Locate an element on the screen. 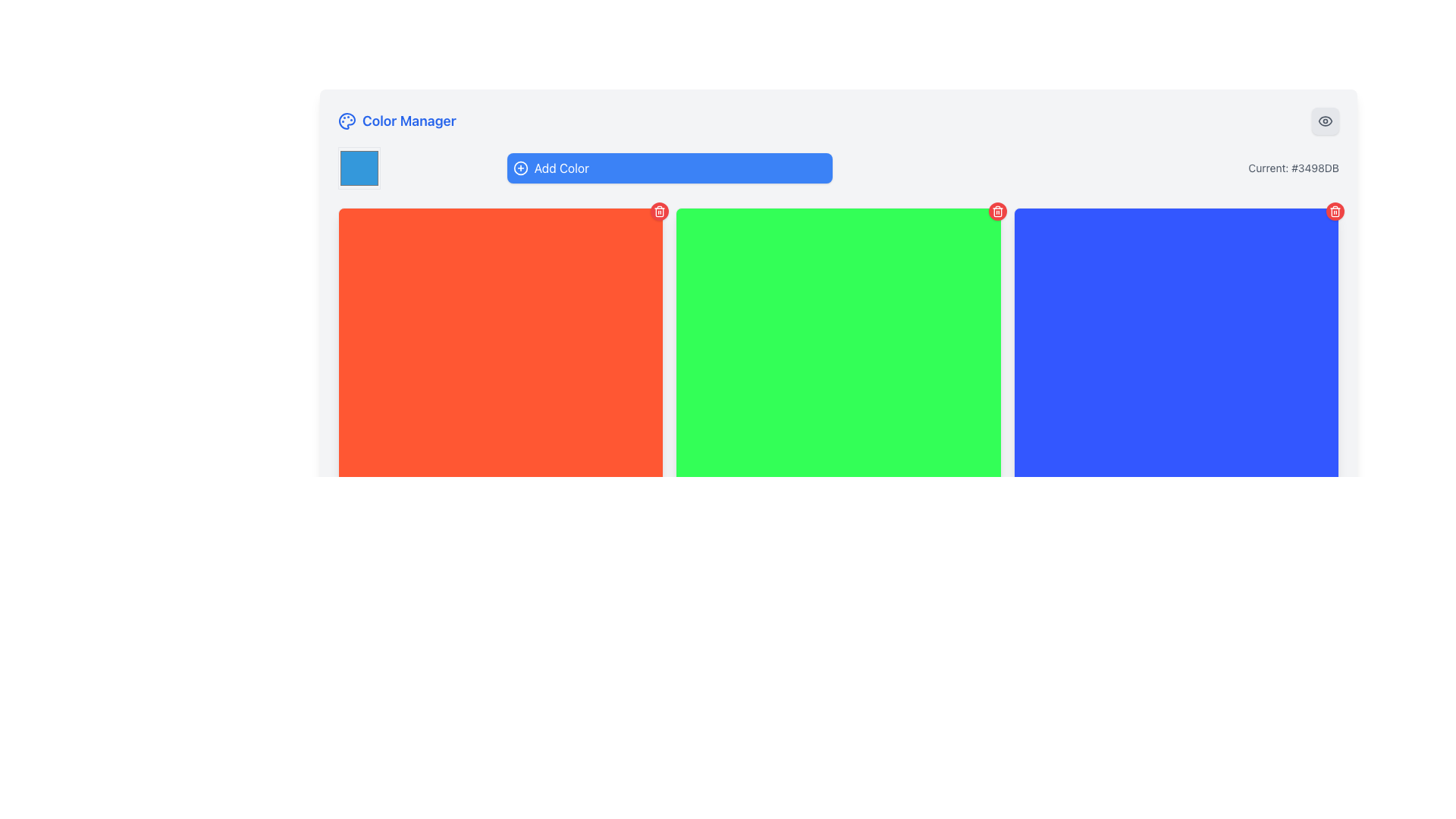  the Trash Can icon within the red circular button located at the top-right corner of the middle green panel is located at coordinates (660, 211).